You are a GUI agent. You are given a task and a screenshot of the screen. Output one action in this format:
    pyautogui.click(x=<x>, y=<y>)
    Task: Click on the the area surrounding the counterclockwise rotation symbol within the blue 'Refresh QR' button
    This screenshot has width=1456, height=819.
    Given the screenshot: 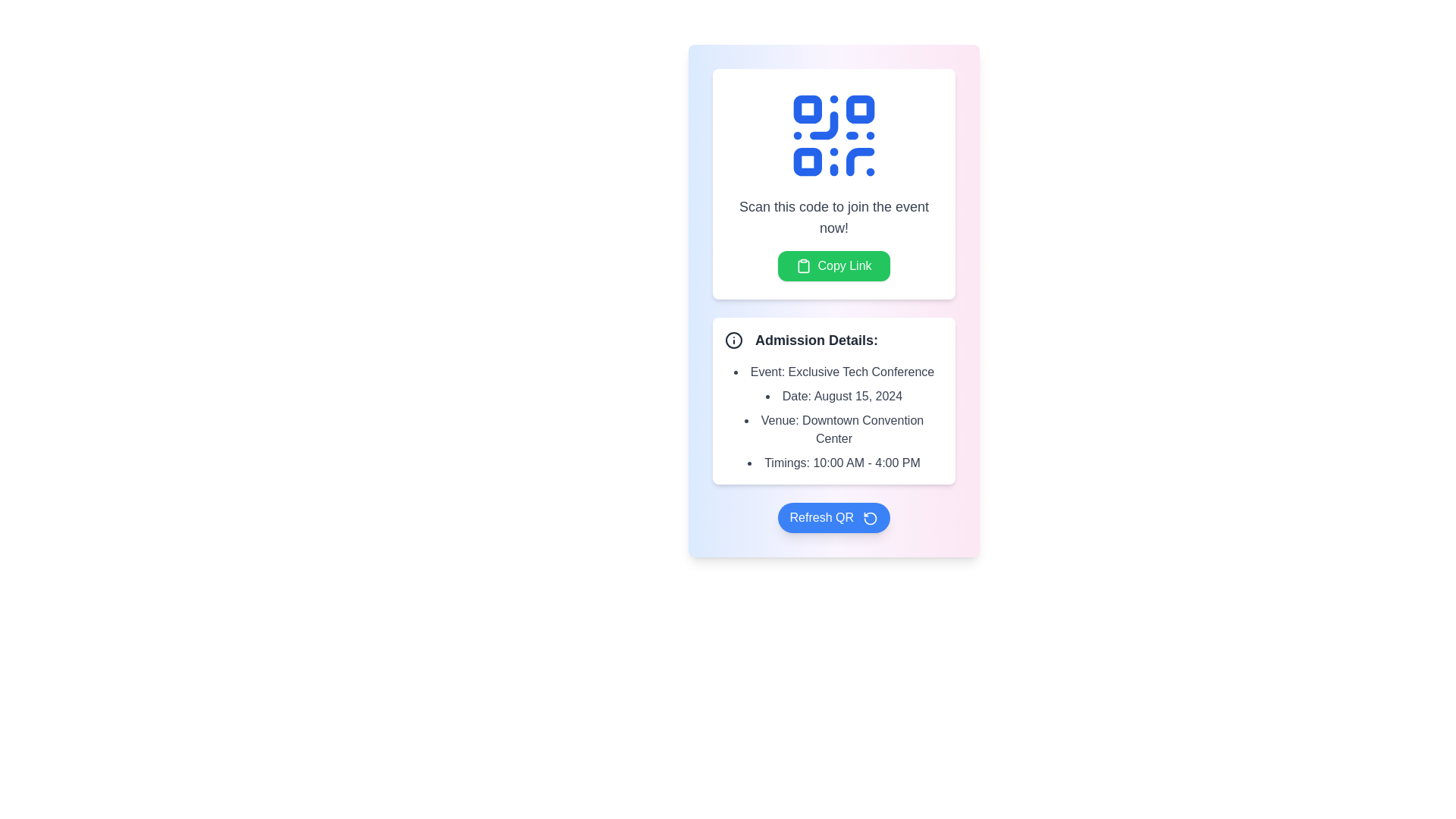 What is the action you would take?
    pyautogui.click(x=871, y=517)
    